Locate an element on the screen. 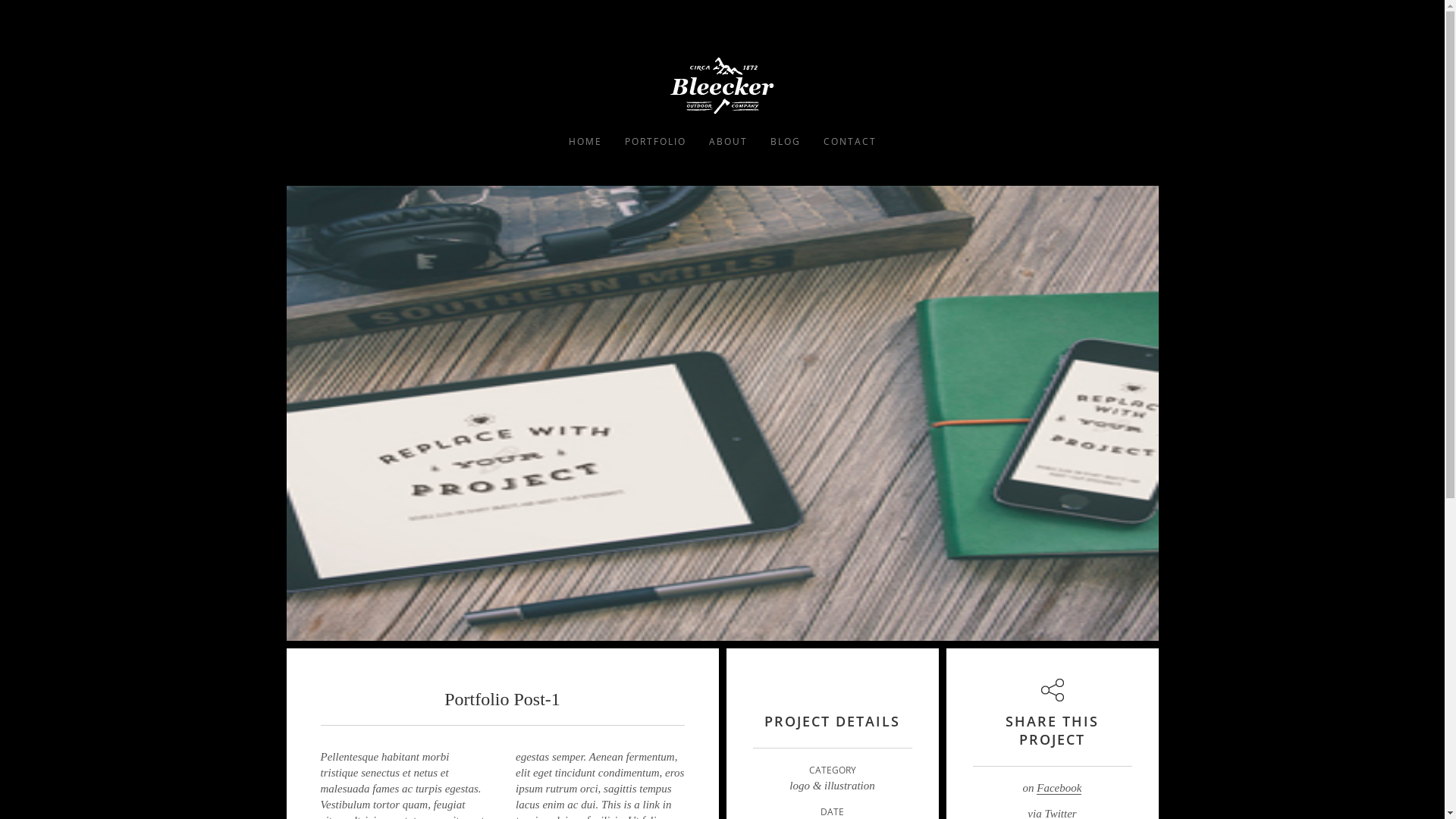 This screenshot has height=819, width=1456. 'ABOUT' is located at coordinates (728, 141).